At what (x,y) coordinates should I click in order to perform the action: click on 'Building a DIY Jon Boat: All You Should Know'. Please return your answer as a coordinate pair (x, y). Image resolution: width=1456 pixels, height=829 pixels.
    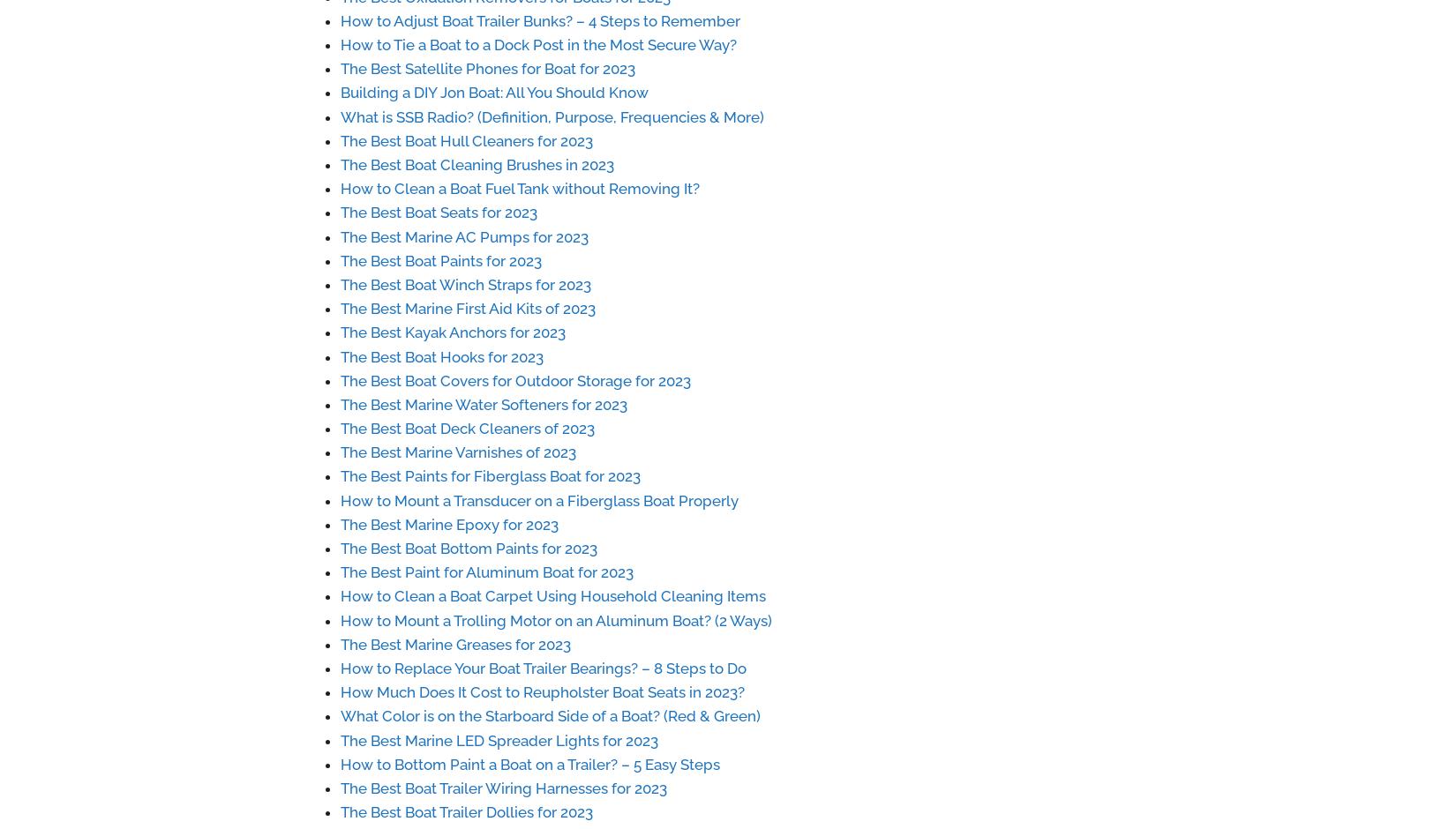
    Looking at the image, I should click on (493, 92).